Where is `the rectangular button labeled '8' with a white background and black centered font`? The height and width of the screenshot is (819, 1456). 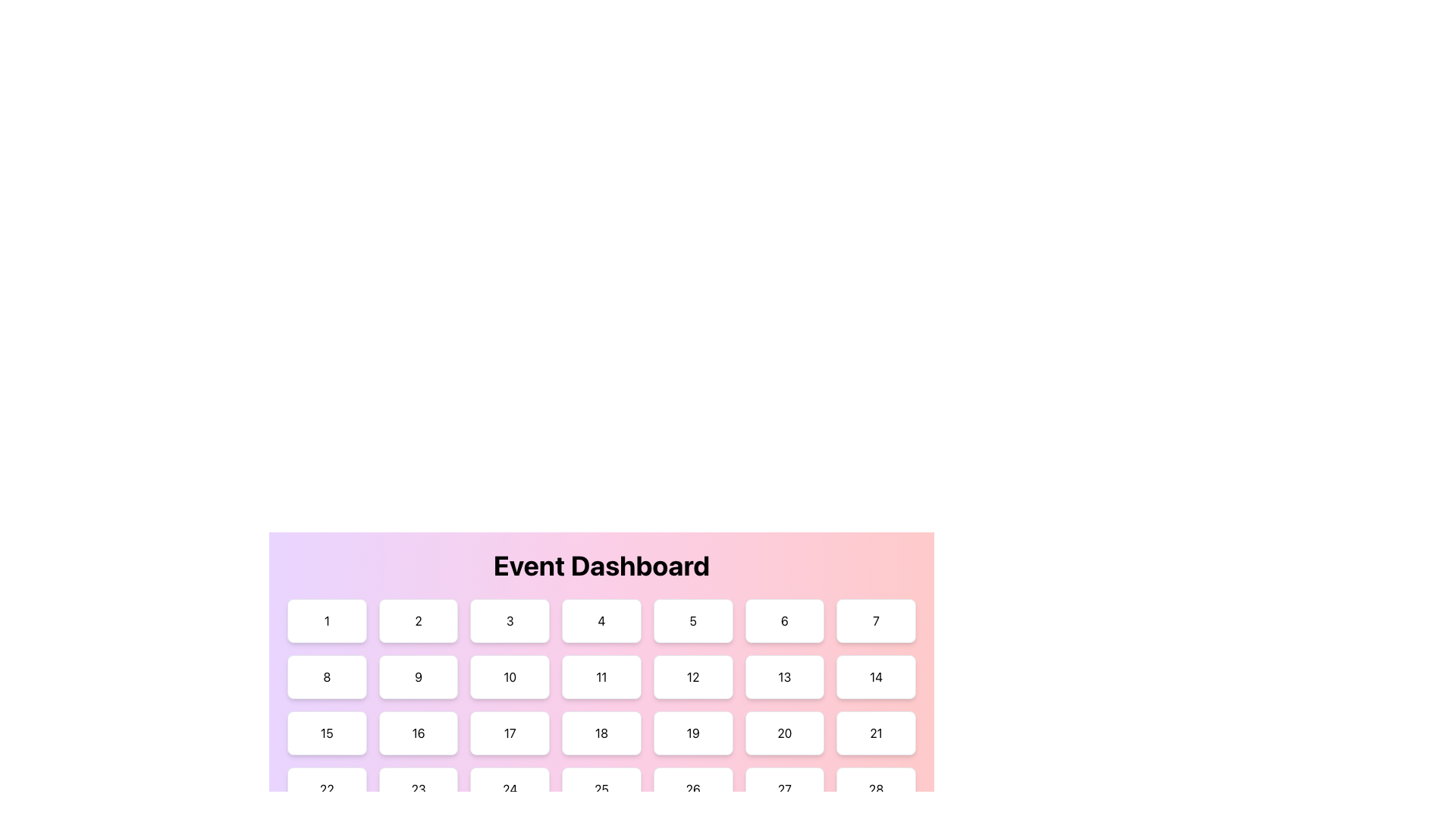
the rectangular button labeled '8' with a white background and black centered font is located at coordinates (326, 676).